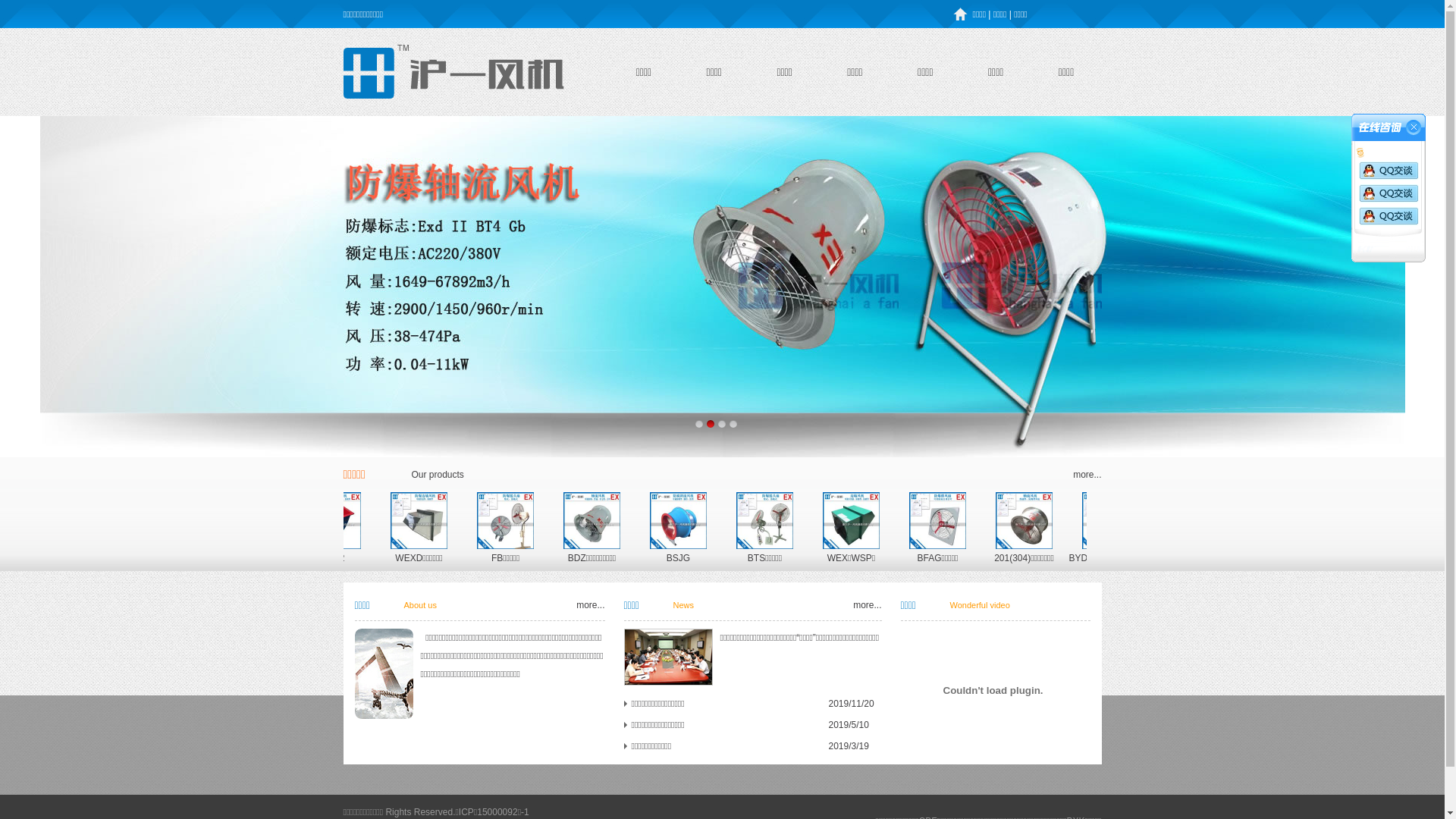 Image resolution: width=1456 pixels, height=819 pixels. What do you see at coordinates (692, 423) in the screenshot?
I see `'1'` at bounding box center [692, 423].